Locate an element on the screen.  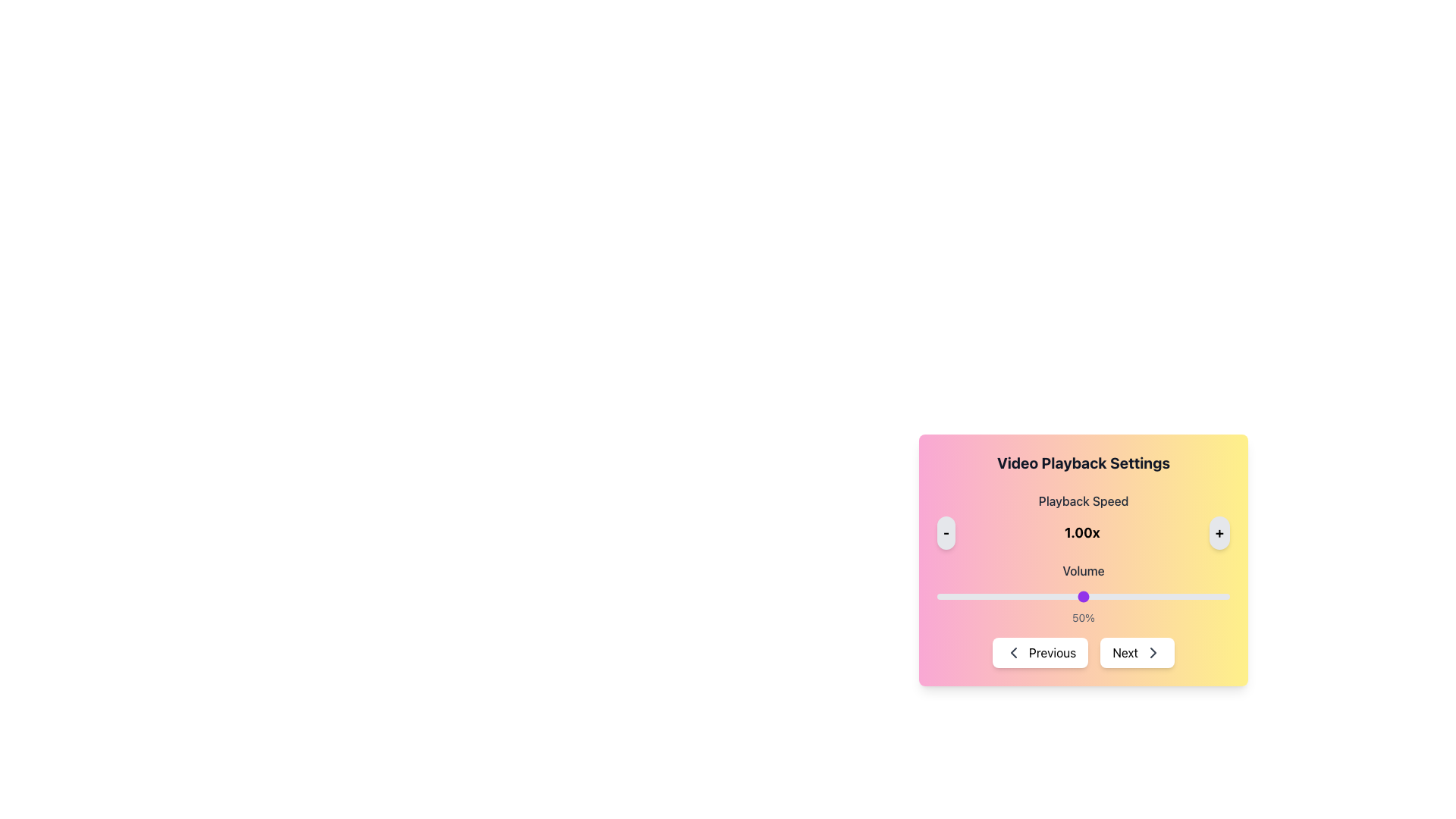
the volume slider is located at coordinates (1010, 595).